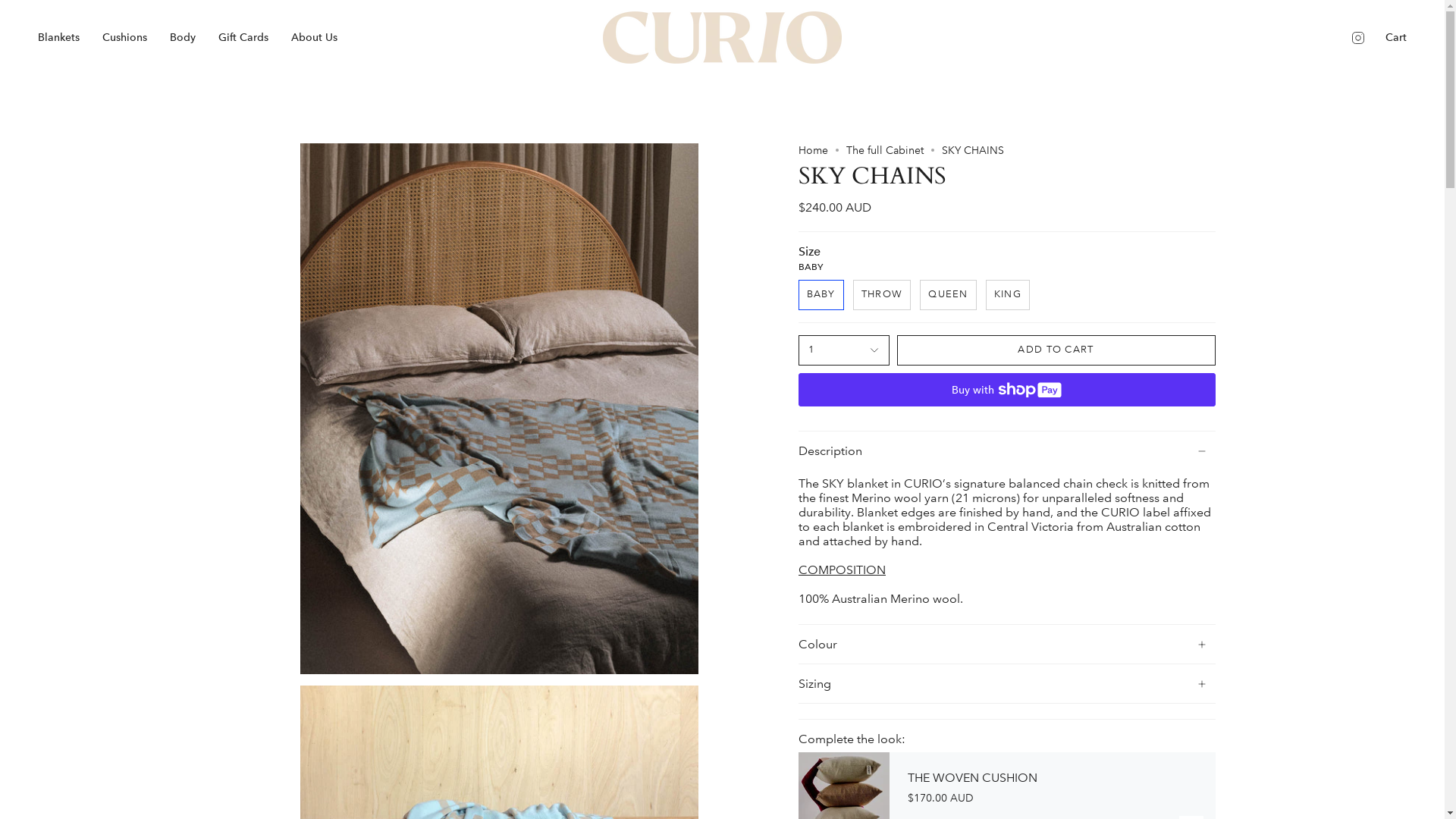 The height and width of the screenshot is (819, 1456). I want to click on 'Cart', so click(1373, 36).